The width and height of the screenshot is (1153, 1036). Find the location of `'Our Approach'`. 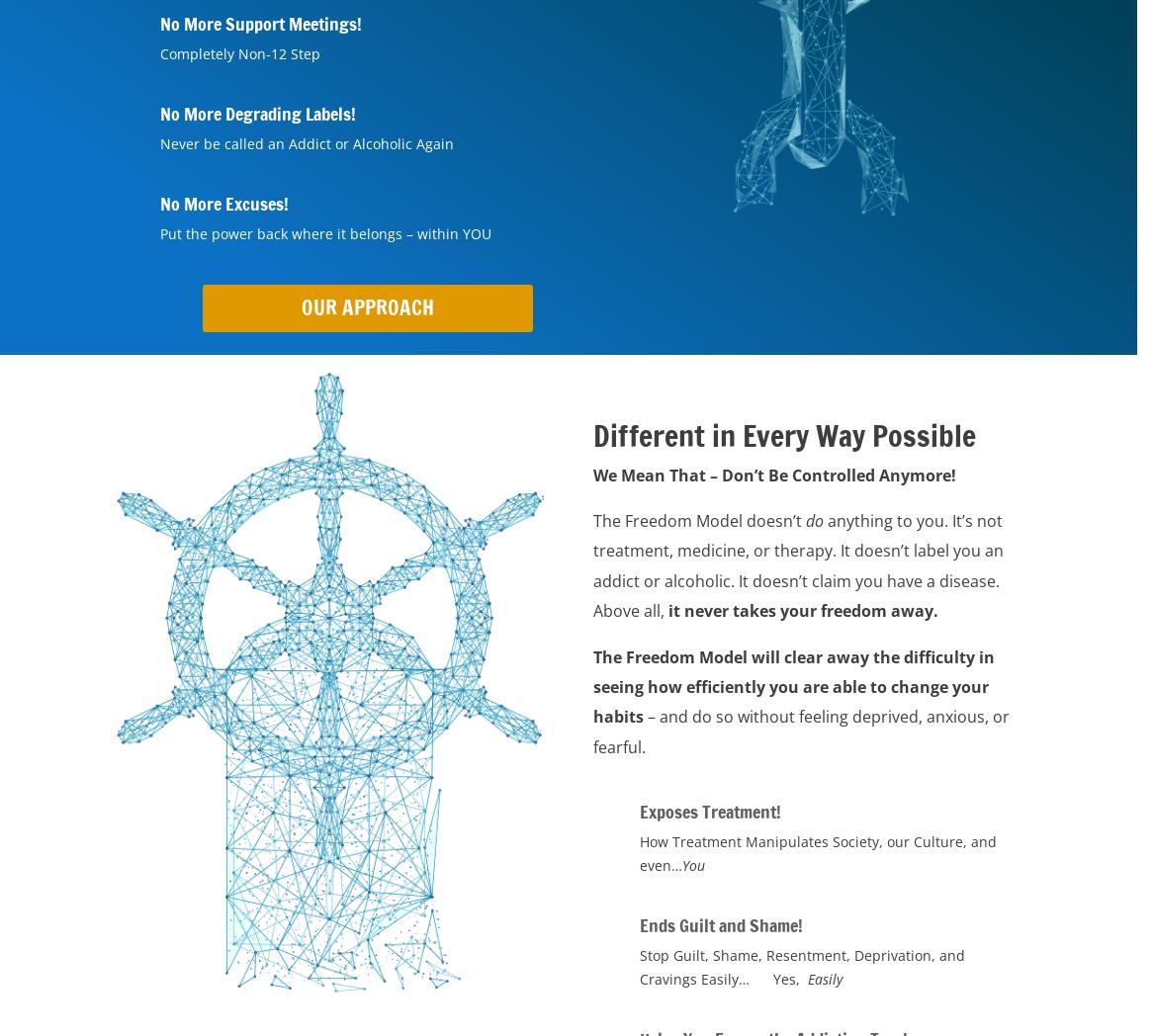

'Our Approach' is located at coordinates (367, 307).